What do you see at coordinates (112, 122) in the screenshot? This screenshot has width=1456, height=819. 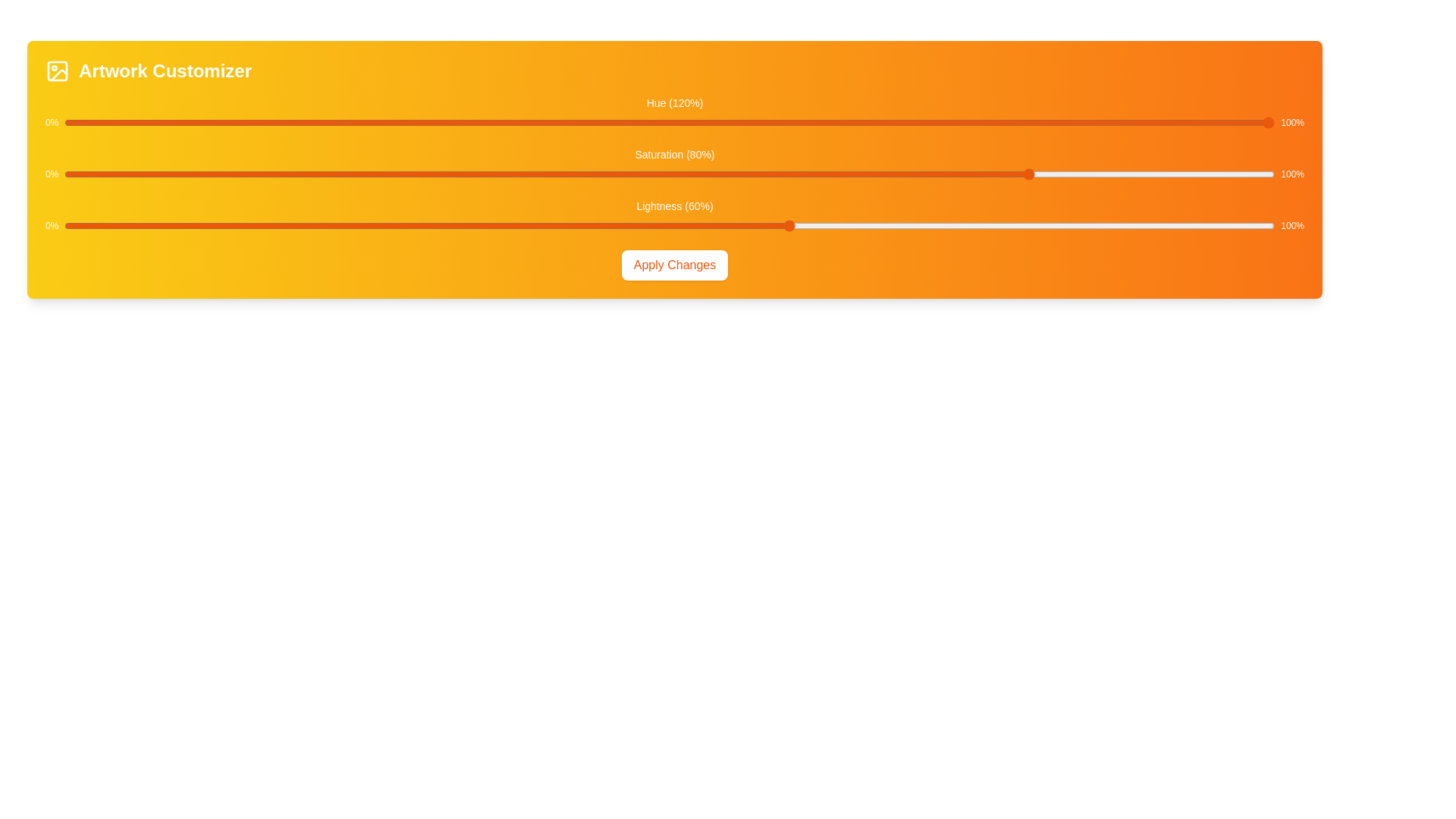 I see `the hue slider to set its value to 4%` at bounding box center [112, 122].